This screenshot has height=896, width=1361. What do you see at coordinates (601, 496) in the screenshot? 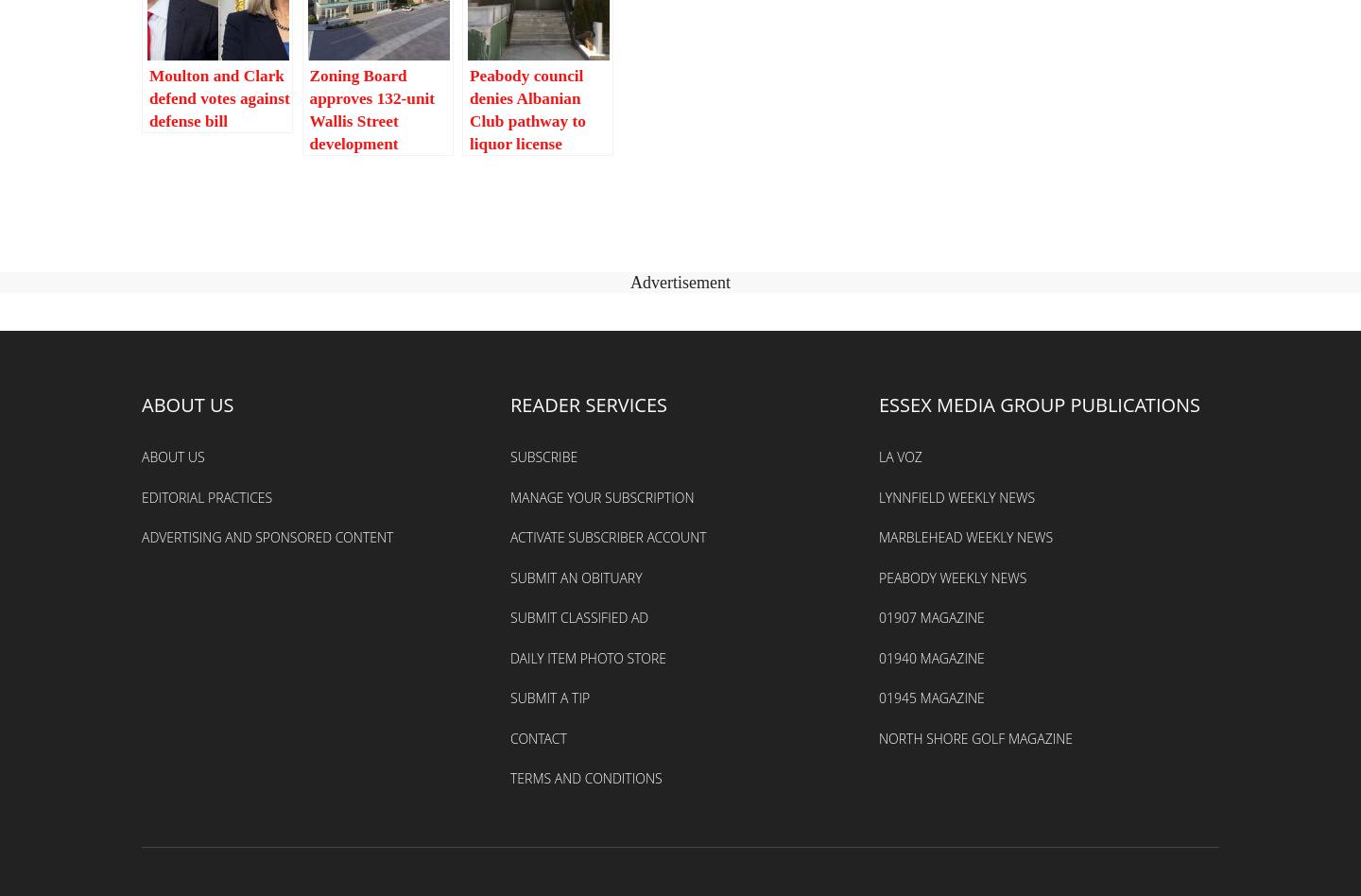
I see `'Manage Your Subscription'` at bounding box center [601, 496].